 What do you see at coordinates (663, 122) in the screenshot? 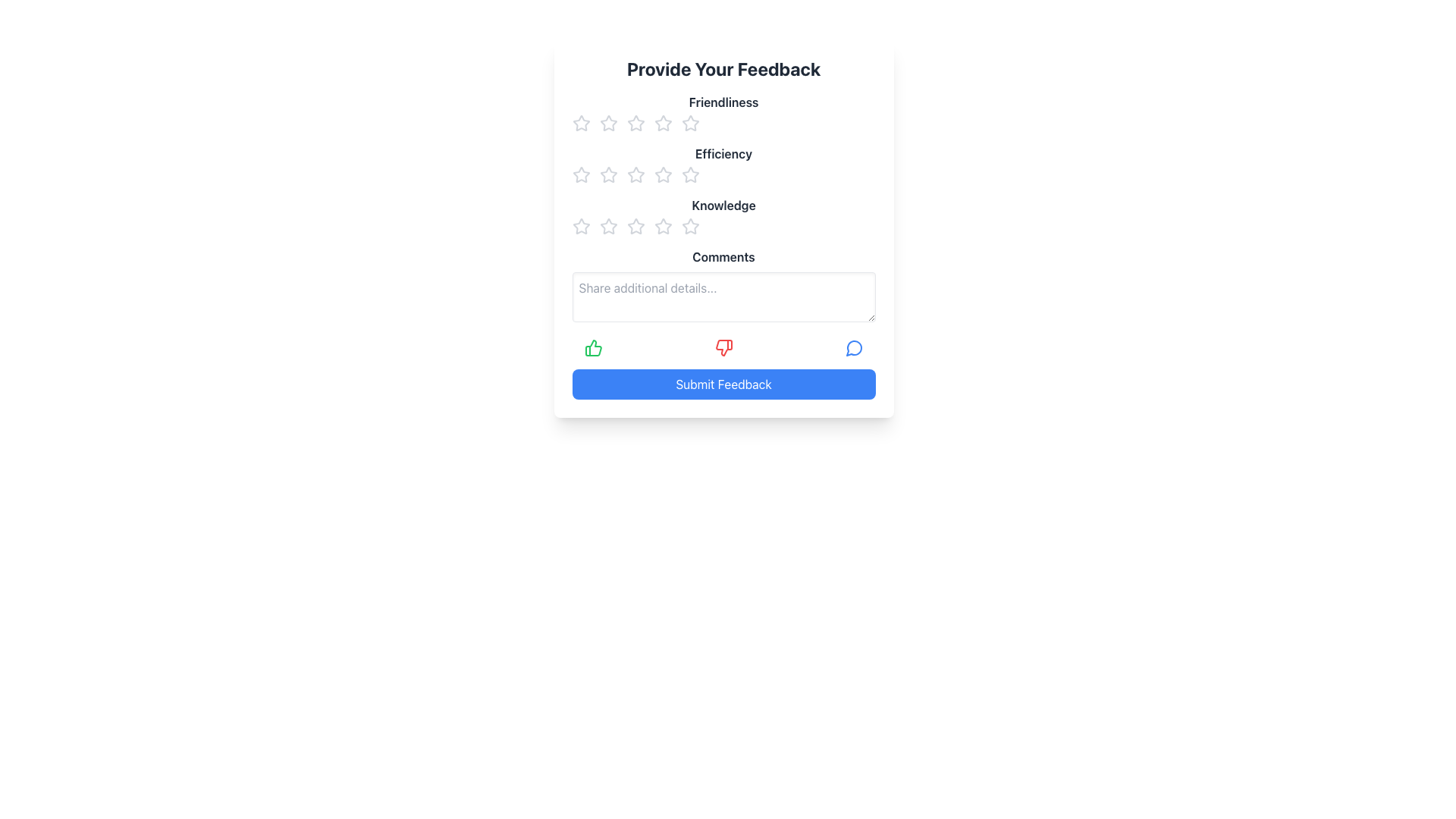
I see `the third star icon in the rating section, styled in light gray to indicate its inactive state, located under the 'Friendliness' category of the feedback form` at bounding box center [663, 122].